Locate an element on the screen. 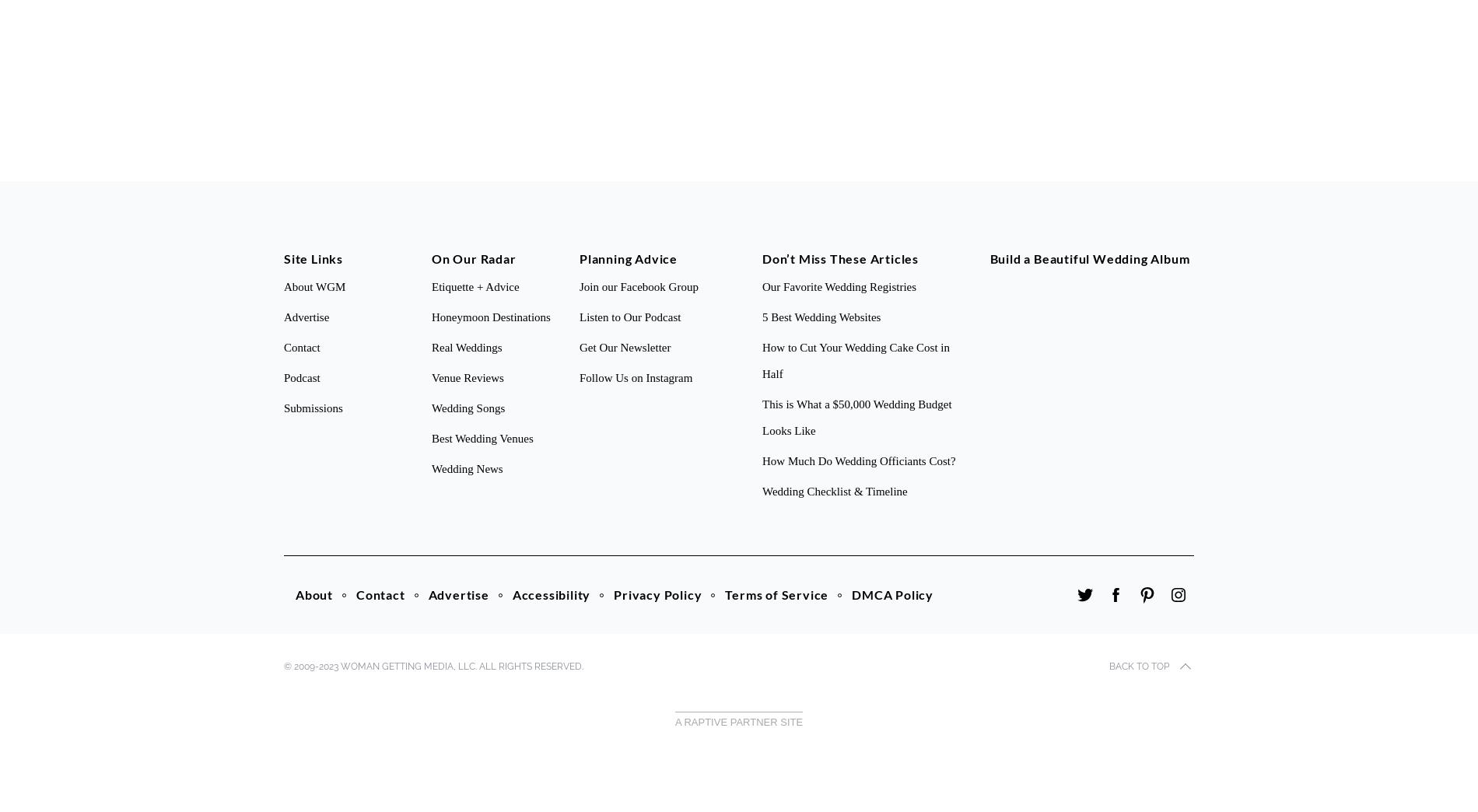 The height and width of the screenshot is (812, 1478). 'Submissions' is located at coordinates (312, 408).